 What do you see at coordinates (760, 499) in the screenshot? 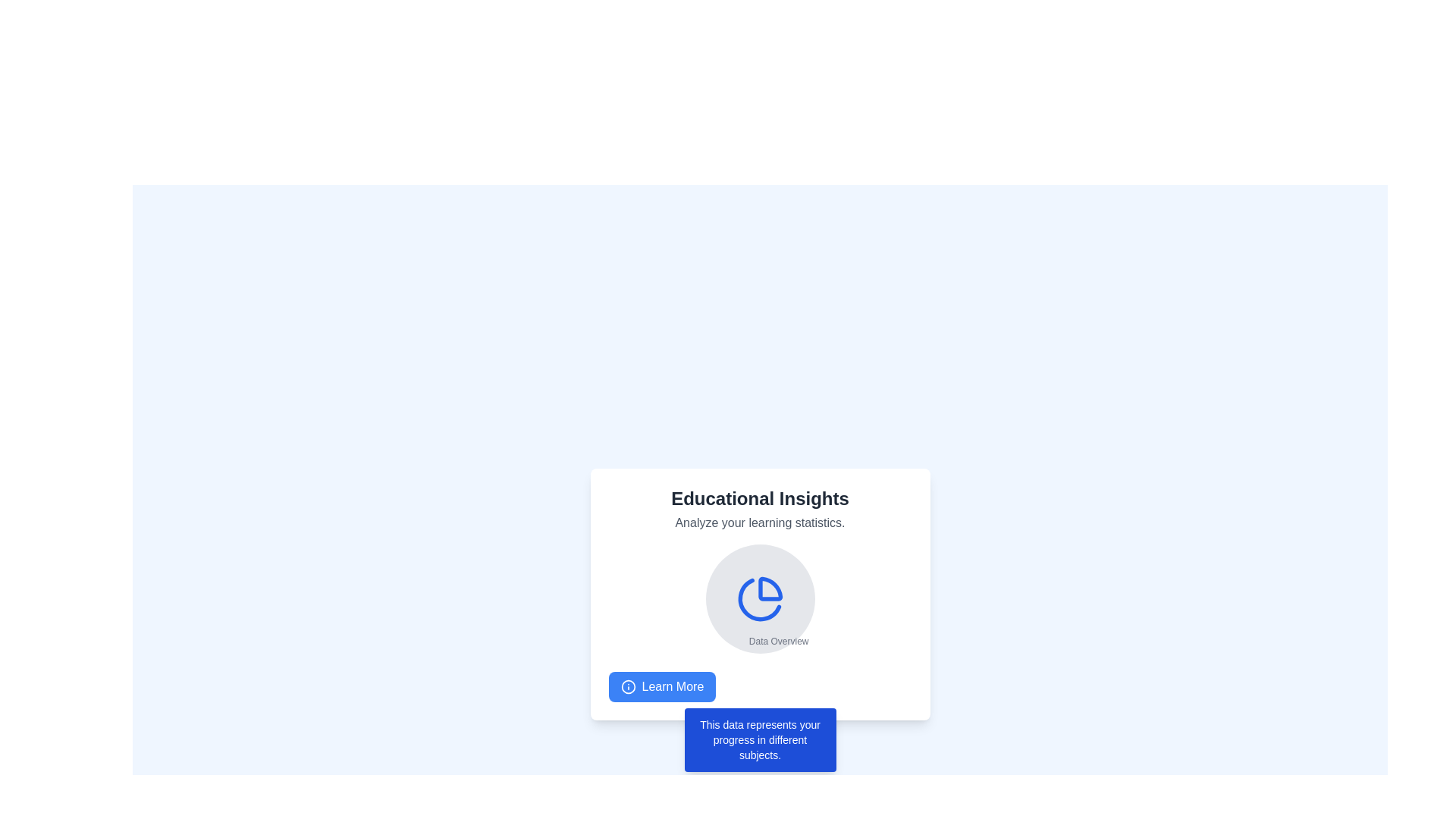
I see `the text header displaying 'Educational Insights' in bold and dark-gray font, located at the top of the card-style user interface section` at bounding box center [760, 499].